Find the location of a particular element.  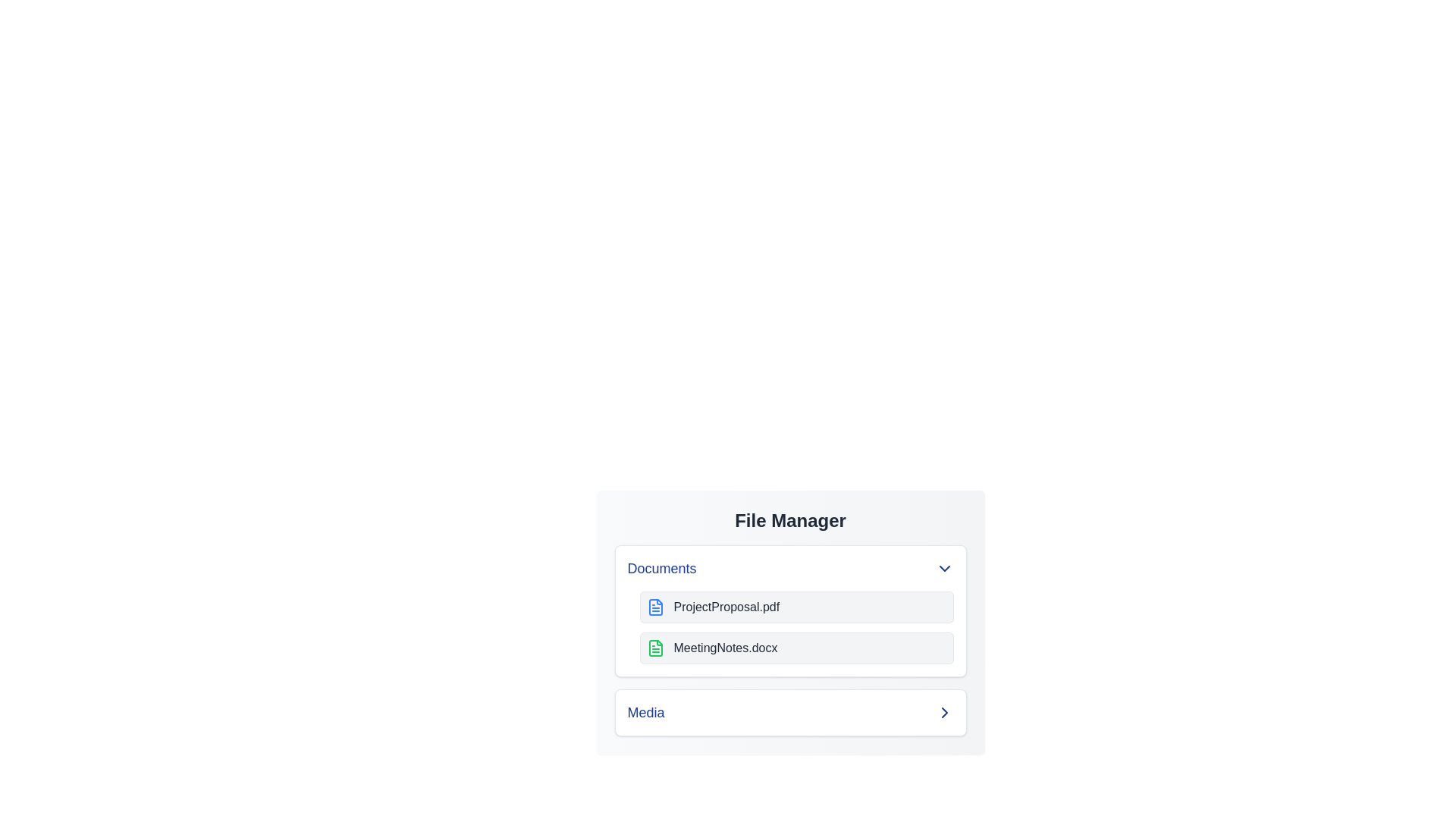

the file named MeetingNotes.docx to select it is located at coordinates (795, 648).